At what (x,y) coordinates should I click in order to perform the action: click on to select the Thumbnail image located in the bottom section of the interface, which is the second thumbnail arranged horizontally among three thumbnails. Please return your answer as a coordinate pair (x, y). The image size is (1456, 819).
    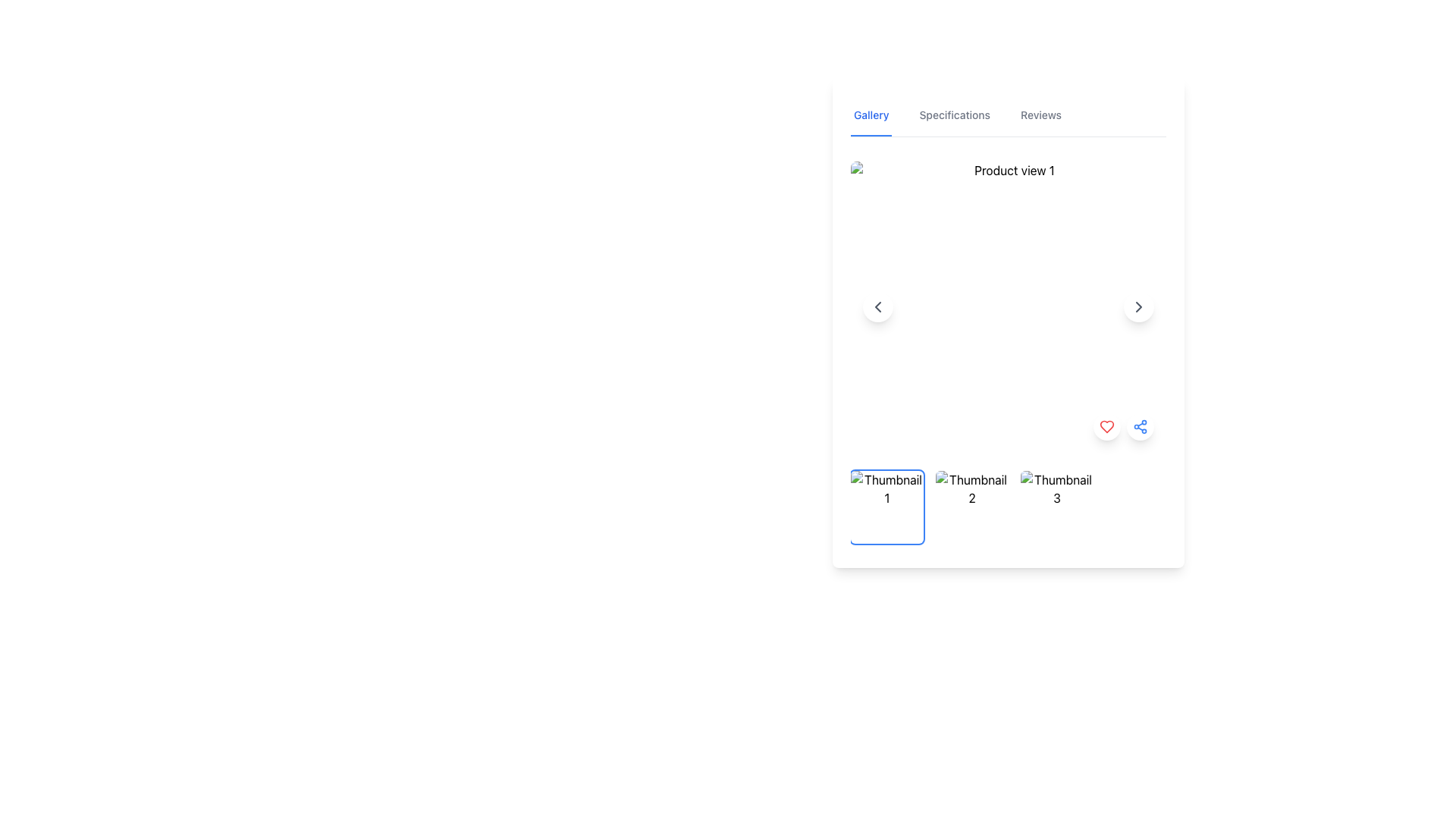
    Looking at the image, I should click on (971, 507).